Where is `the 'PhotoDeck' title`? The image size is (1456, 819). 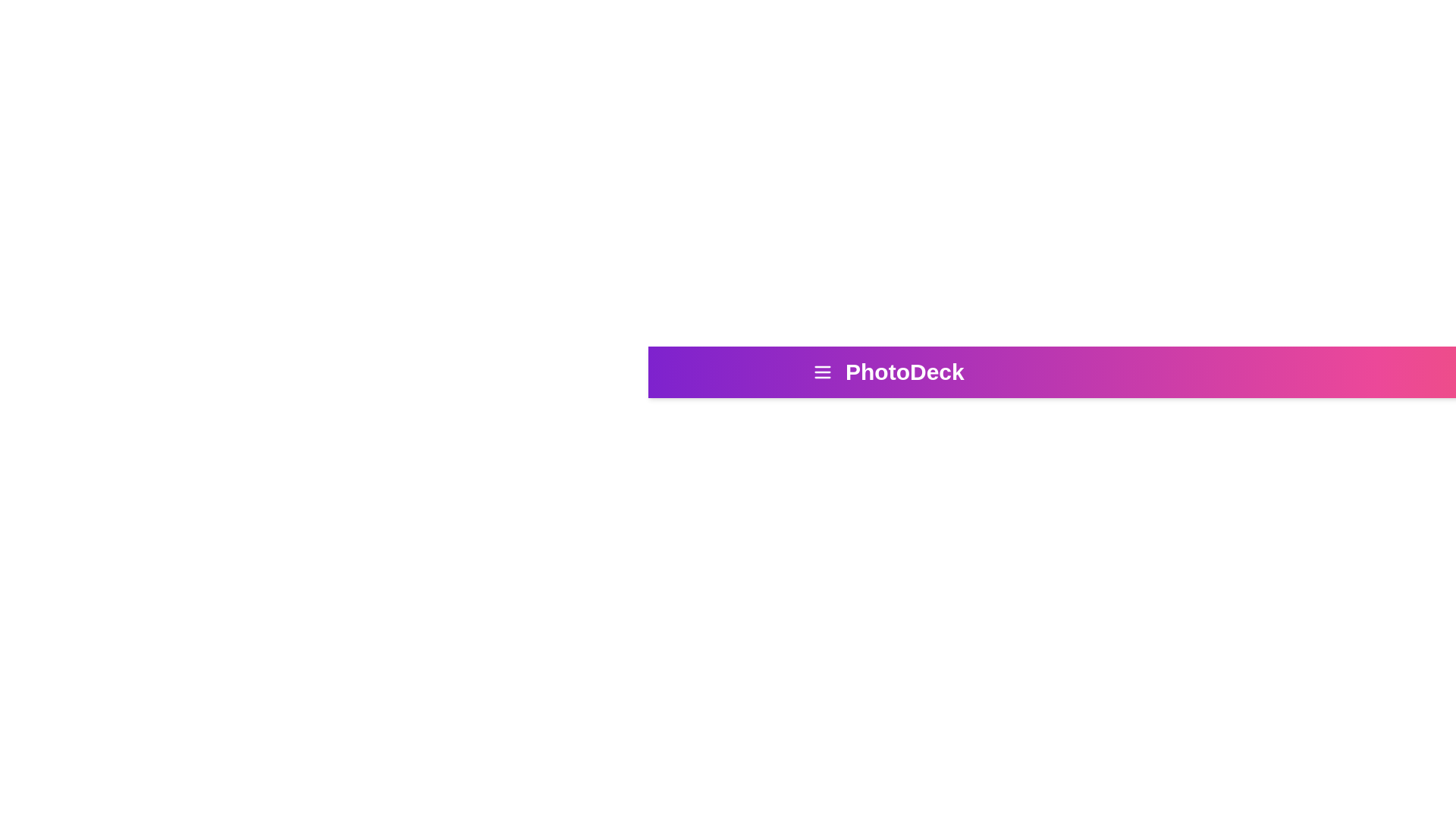
the 'PhotoDeck' title is located at coordinates (905, 372).